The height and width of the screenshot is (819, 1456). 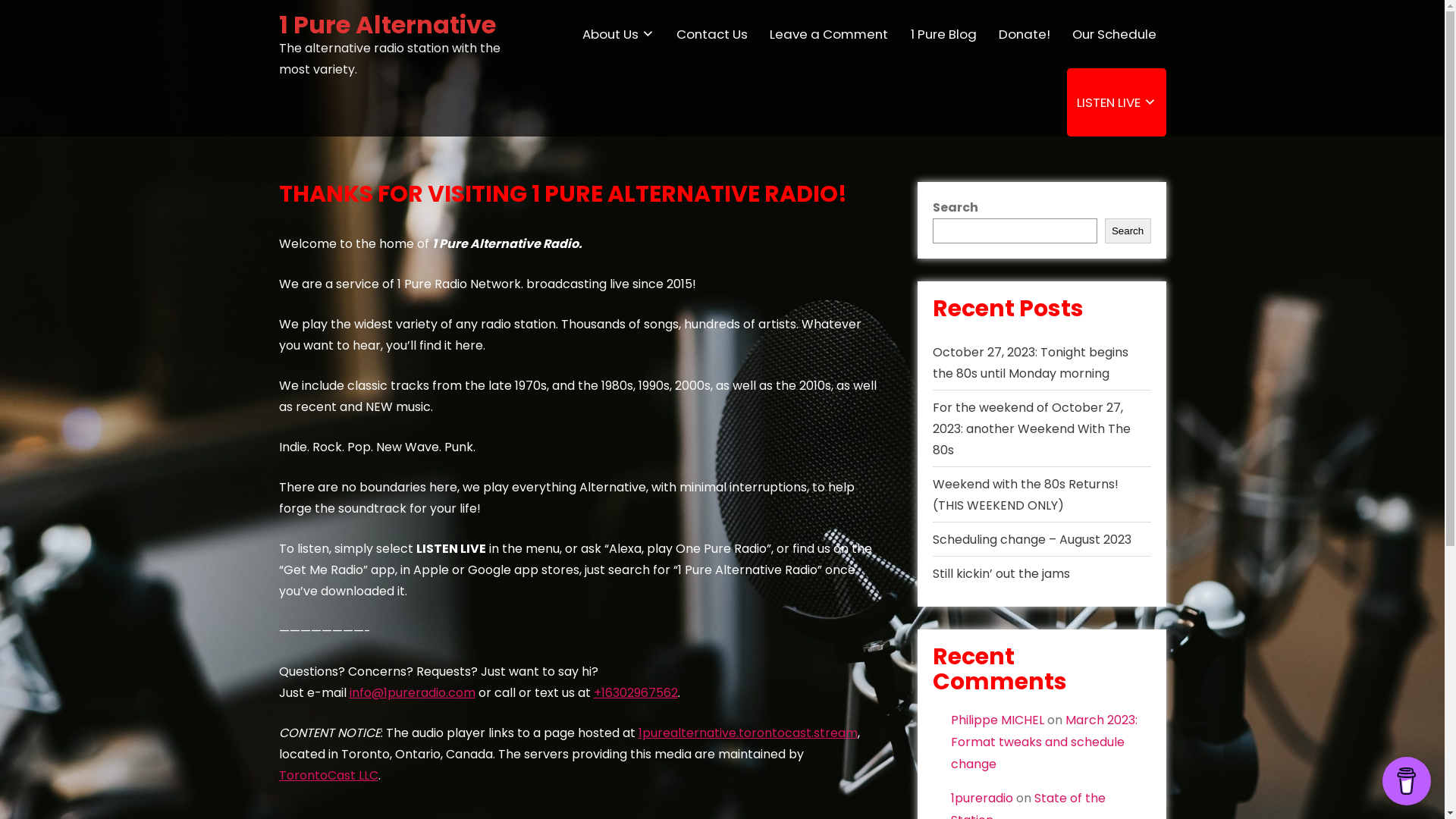 What do you see at coordinates (1116, 102) in the screenshot?
I see `'LISTEN LIVE'` at bounding box center [1116, 102].